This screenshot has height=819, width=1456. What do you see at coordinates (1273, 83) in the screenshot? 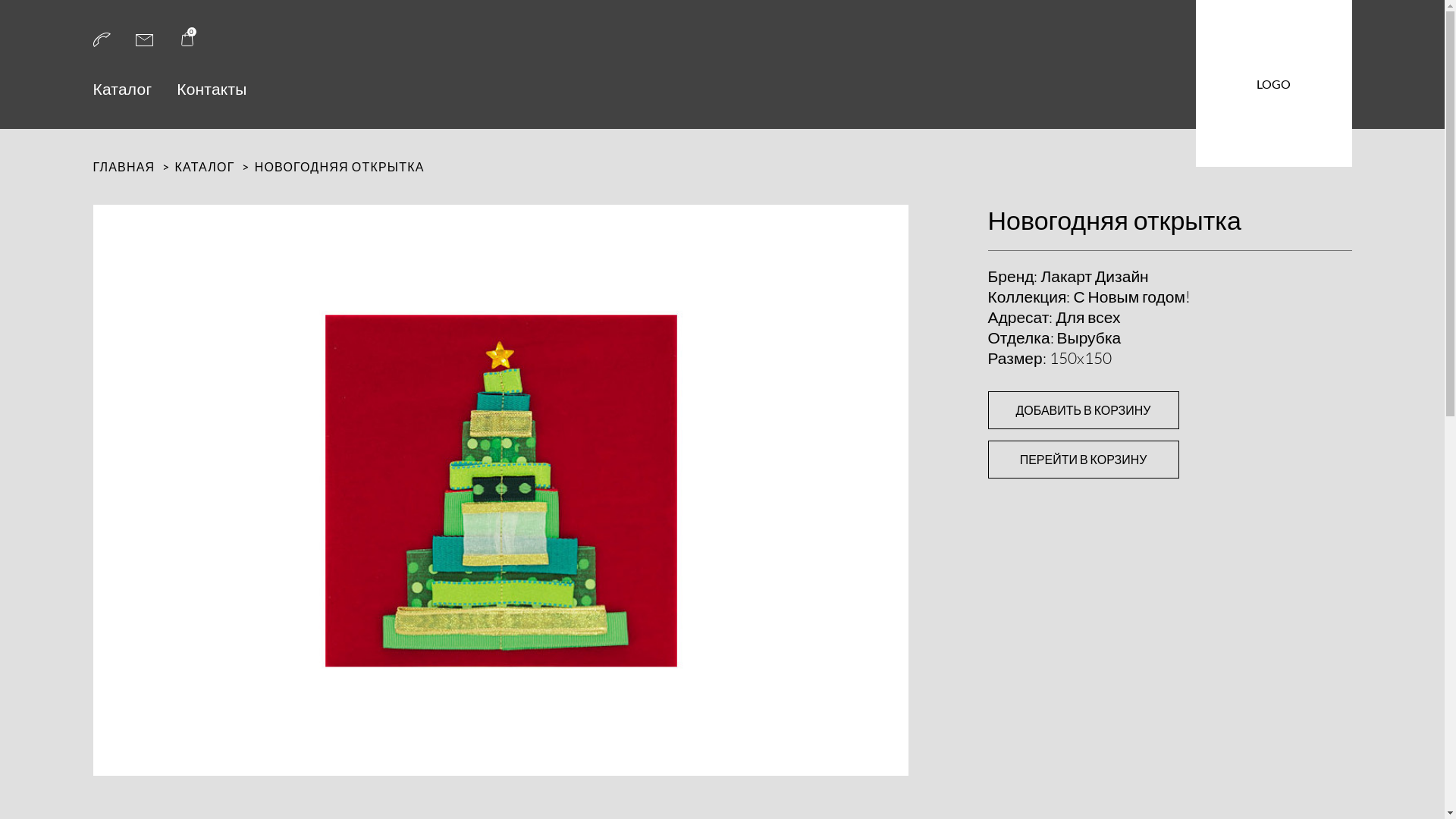
I see `'LOGO'` at bounding box center [1273, 83].